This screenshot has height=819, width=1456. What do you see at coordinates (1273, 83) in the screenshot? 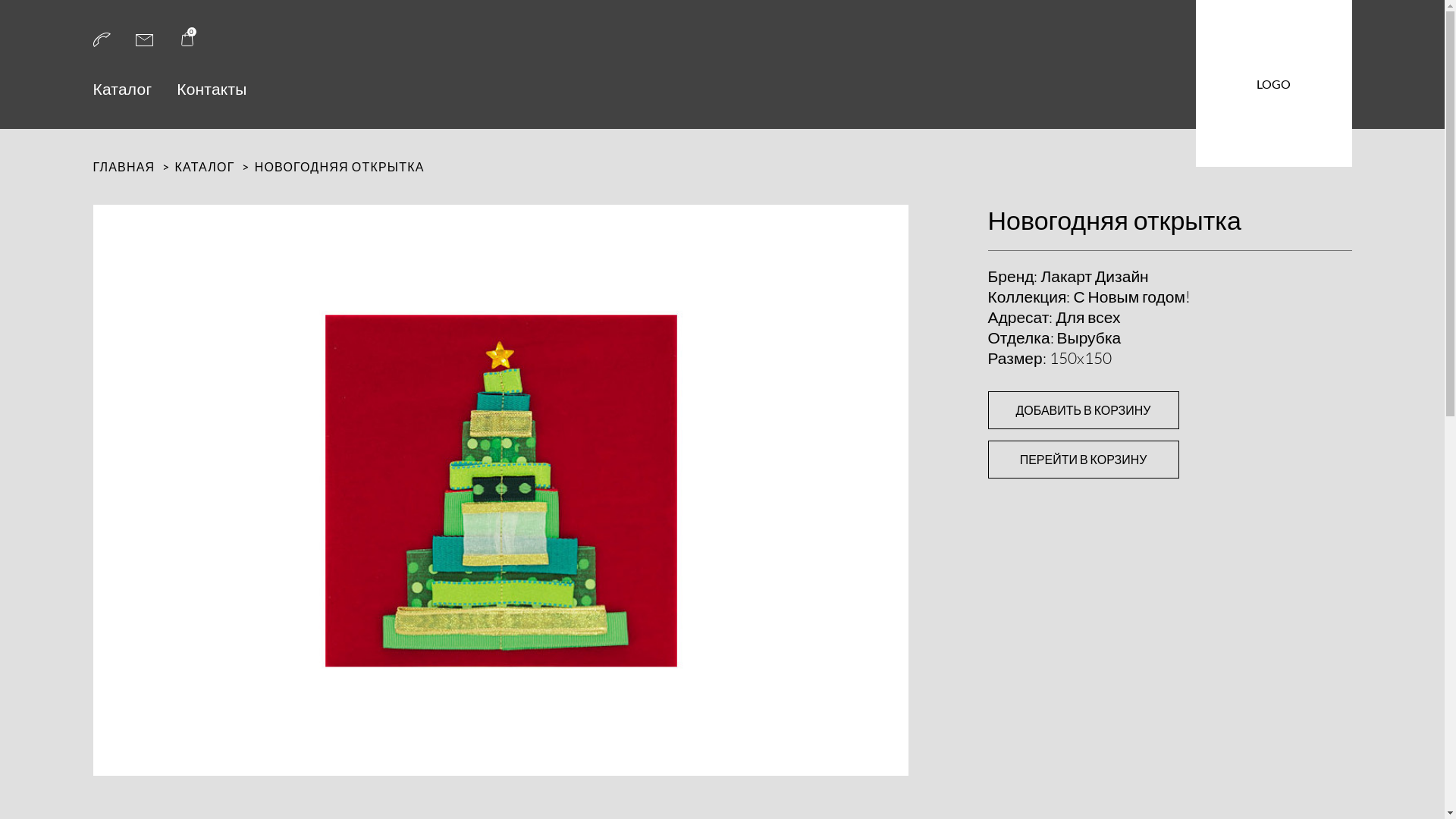
I see `'LOGO'` at bounding box center [1273, 83].